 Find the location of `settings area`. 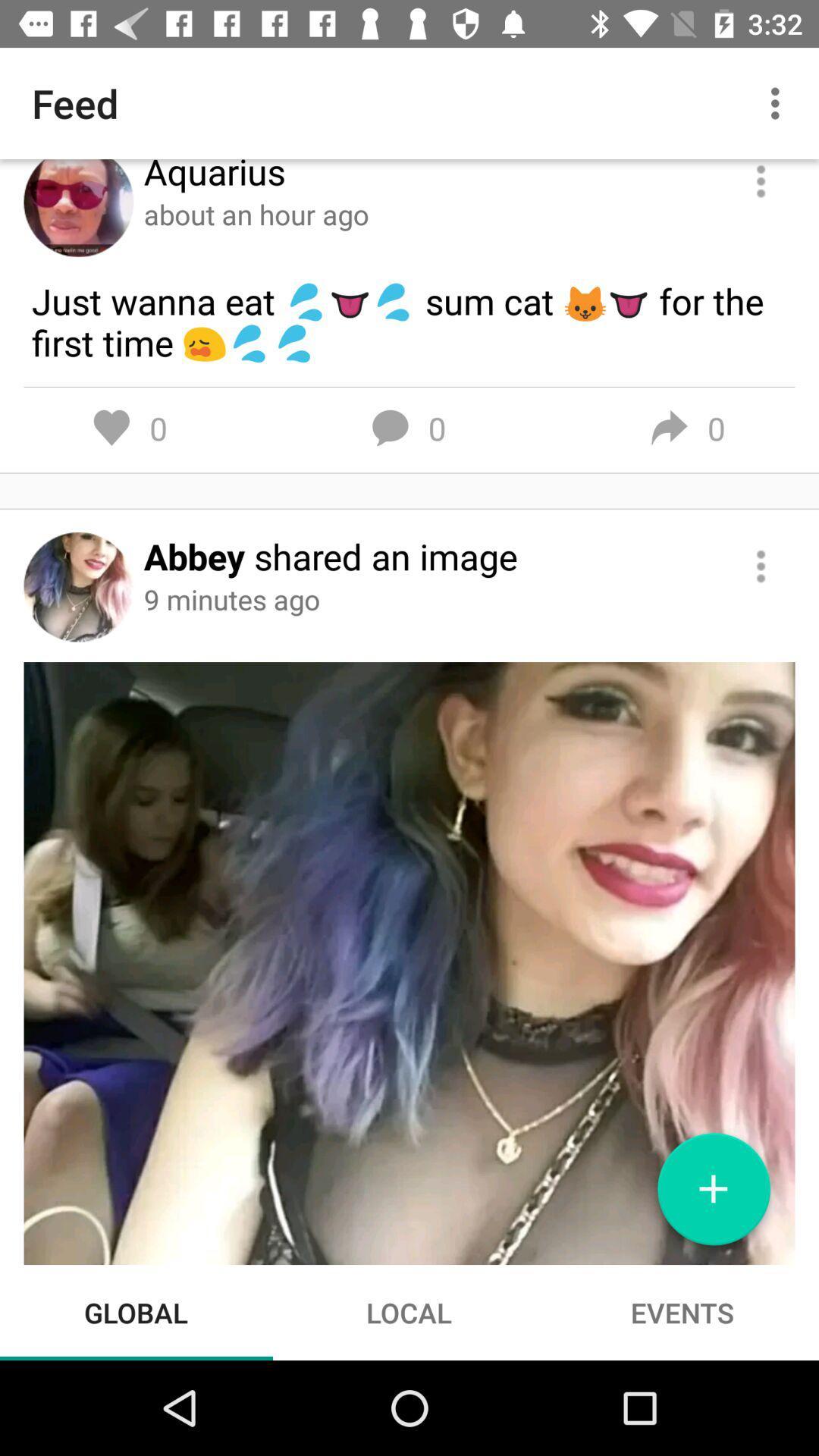

settings area is located at coordinates (761, 182).